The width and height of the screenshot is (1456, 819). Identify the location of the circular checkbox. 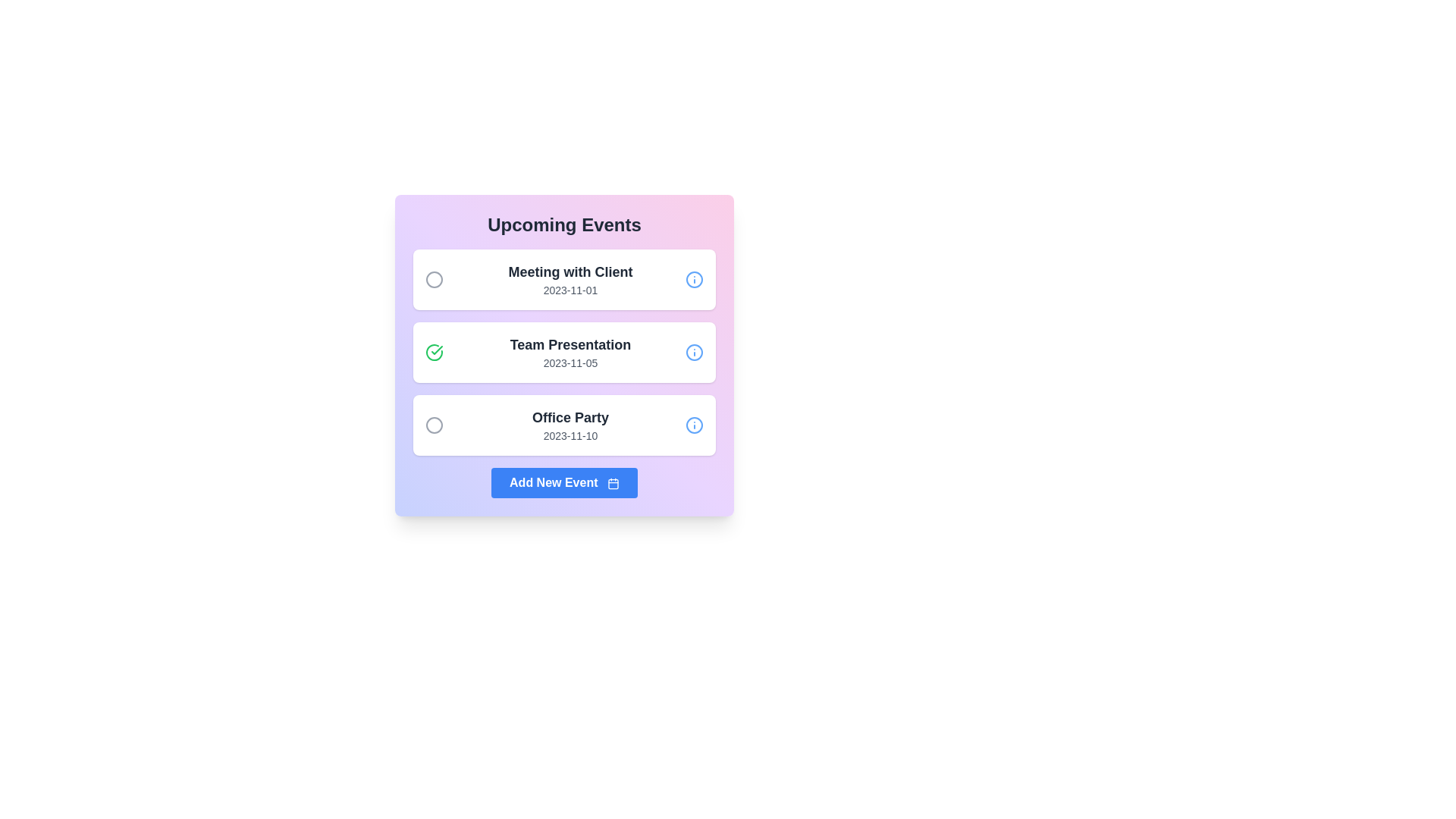
(433, 353).